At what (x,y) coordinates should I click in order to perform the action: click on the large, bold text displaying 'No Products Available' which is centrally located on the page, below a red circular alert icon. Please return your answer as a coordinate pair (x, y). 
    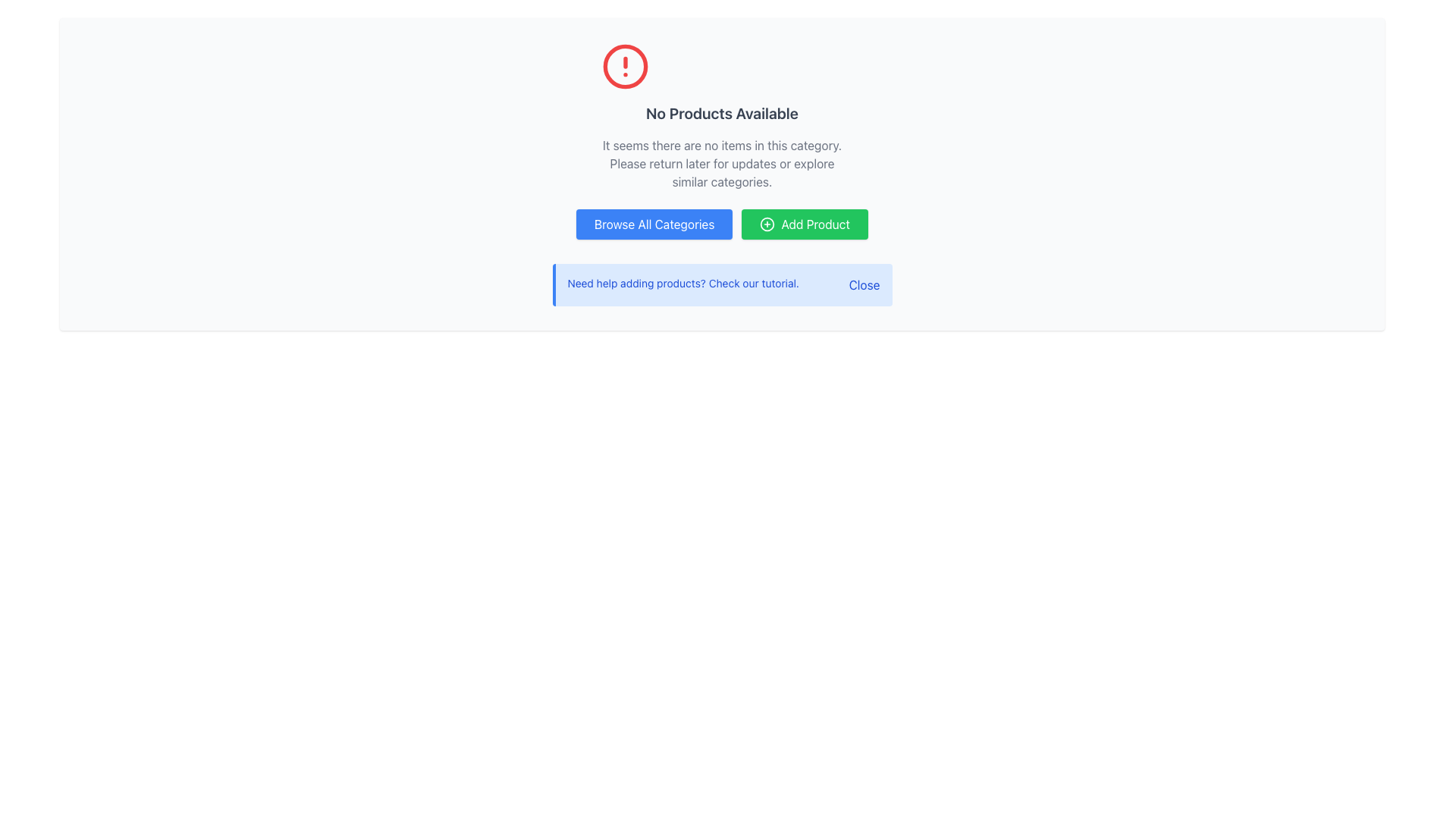
    Looking at the image, I should click on (721, 113).